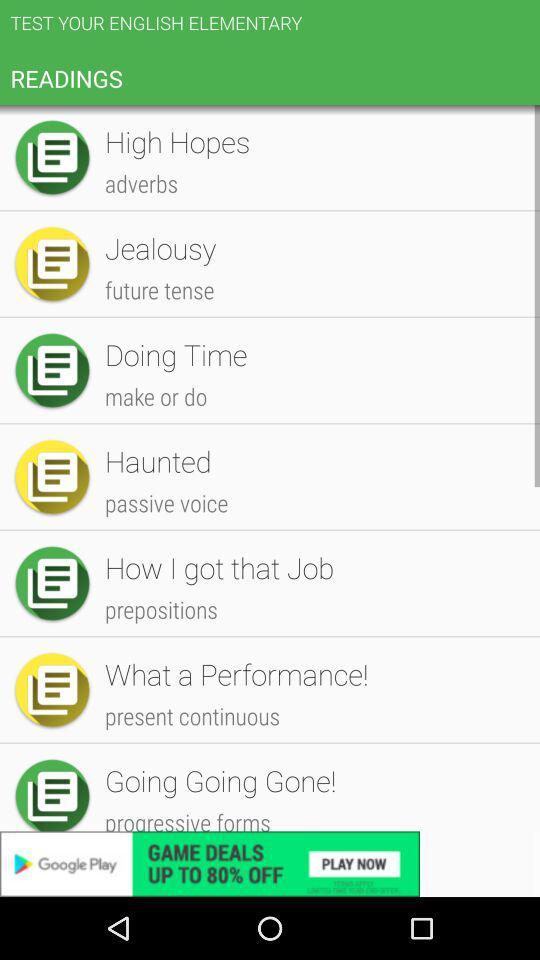 Image resolution: width=540 pixels, height=960 pixels. I want to click on icon below the millionaire, so click(312, 624).